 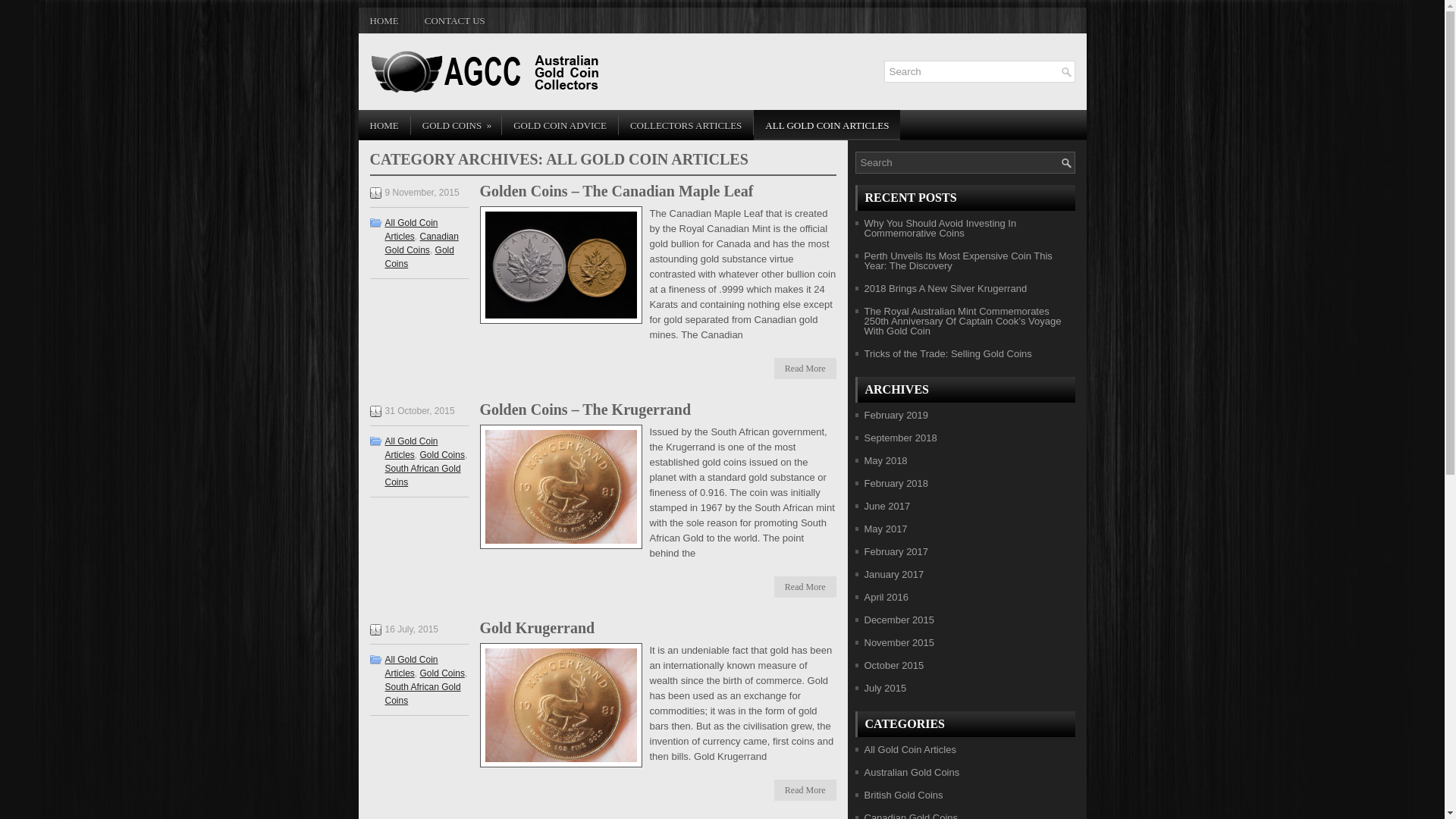 I want to click on 'Tricks of the Trade: Selling Gold Coins', so click(x=947, y=353).